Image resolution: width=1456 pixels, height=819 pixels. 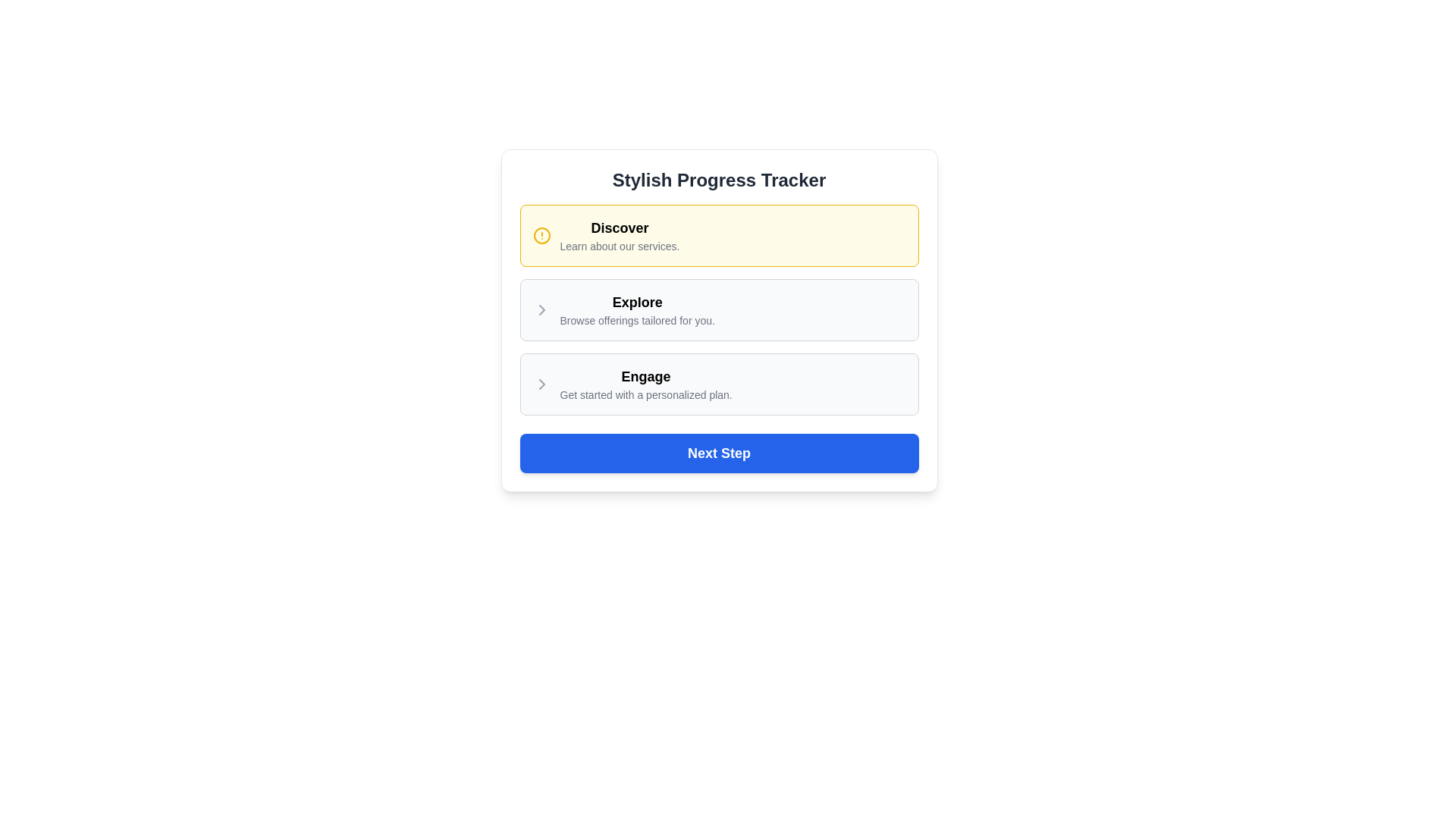 I want to click on the informational text displaying 'Browse offerings tailored for you.' located beneath the heading 'Explore', so click(x=637, y=320).